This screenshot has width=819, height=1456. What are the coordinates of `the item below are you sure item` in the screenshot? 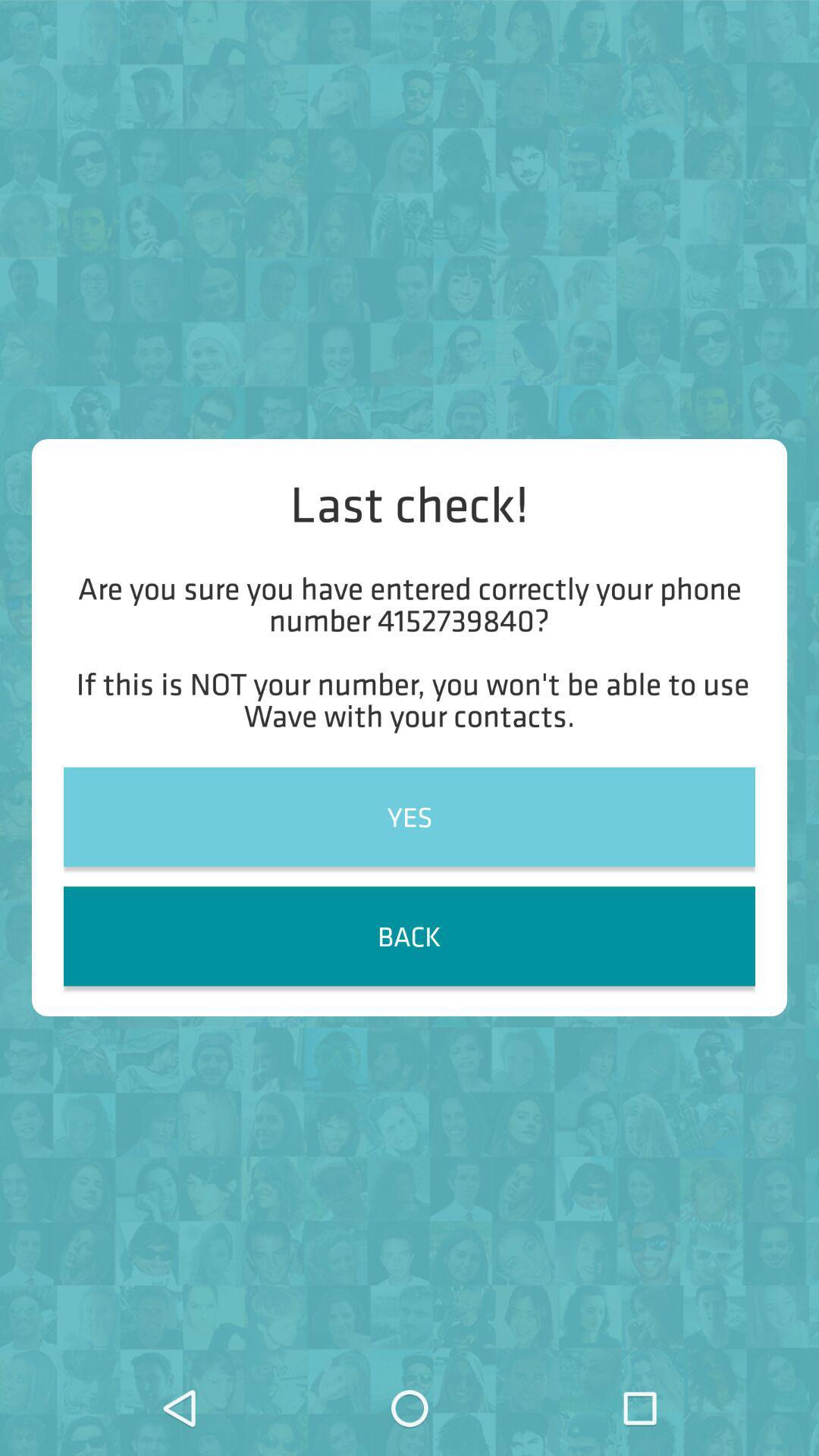 It's located at (409, 816).